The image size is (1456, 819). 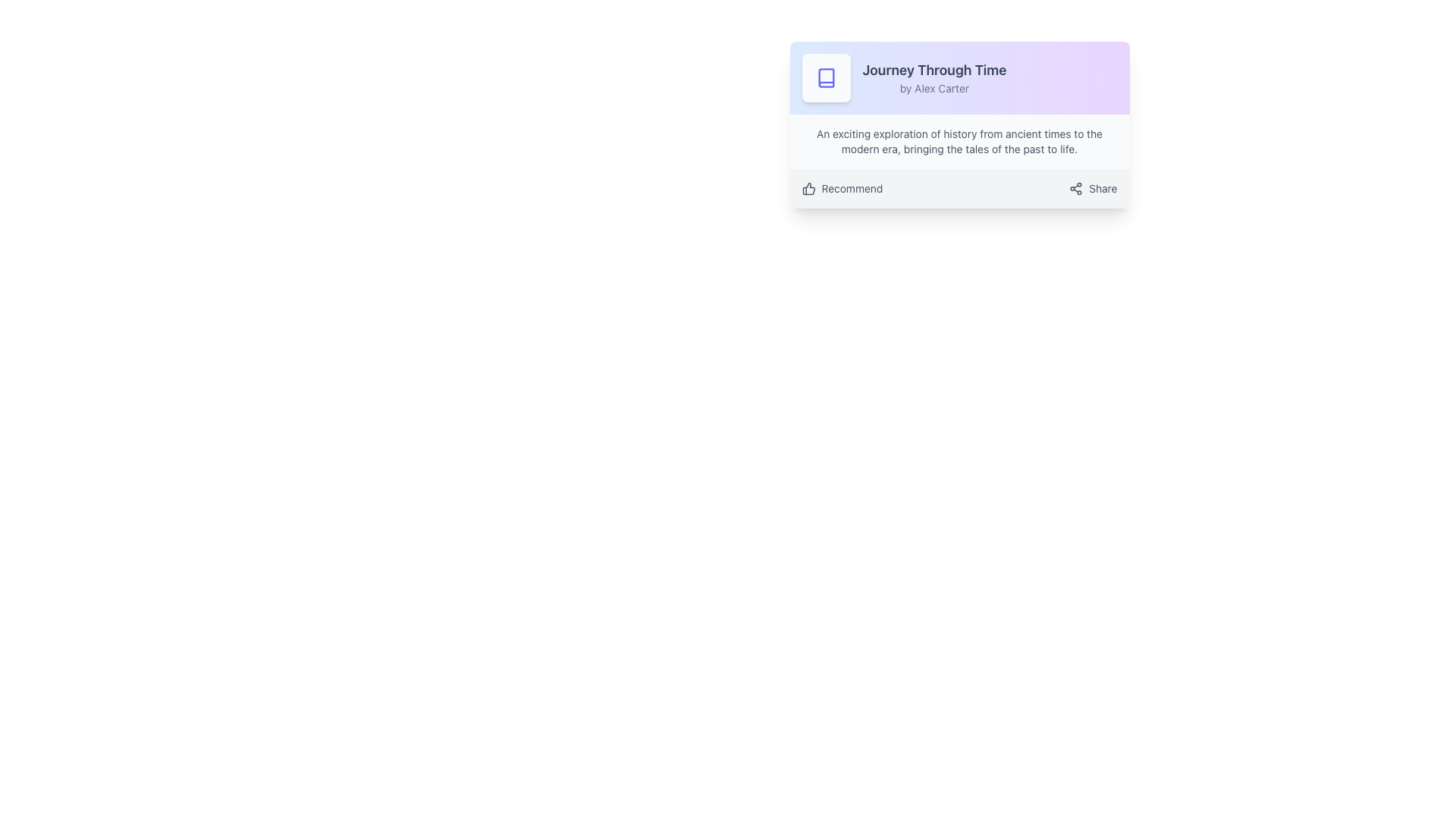 I want to click on the decorative book icon centered inside a square white background with a gray border, located at the top-left corner of the card, so click(x=825, y=78).